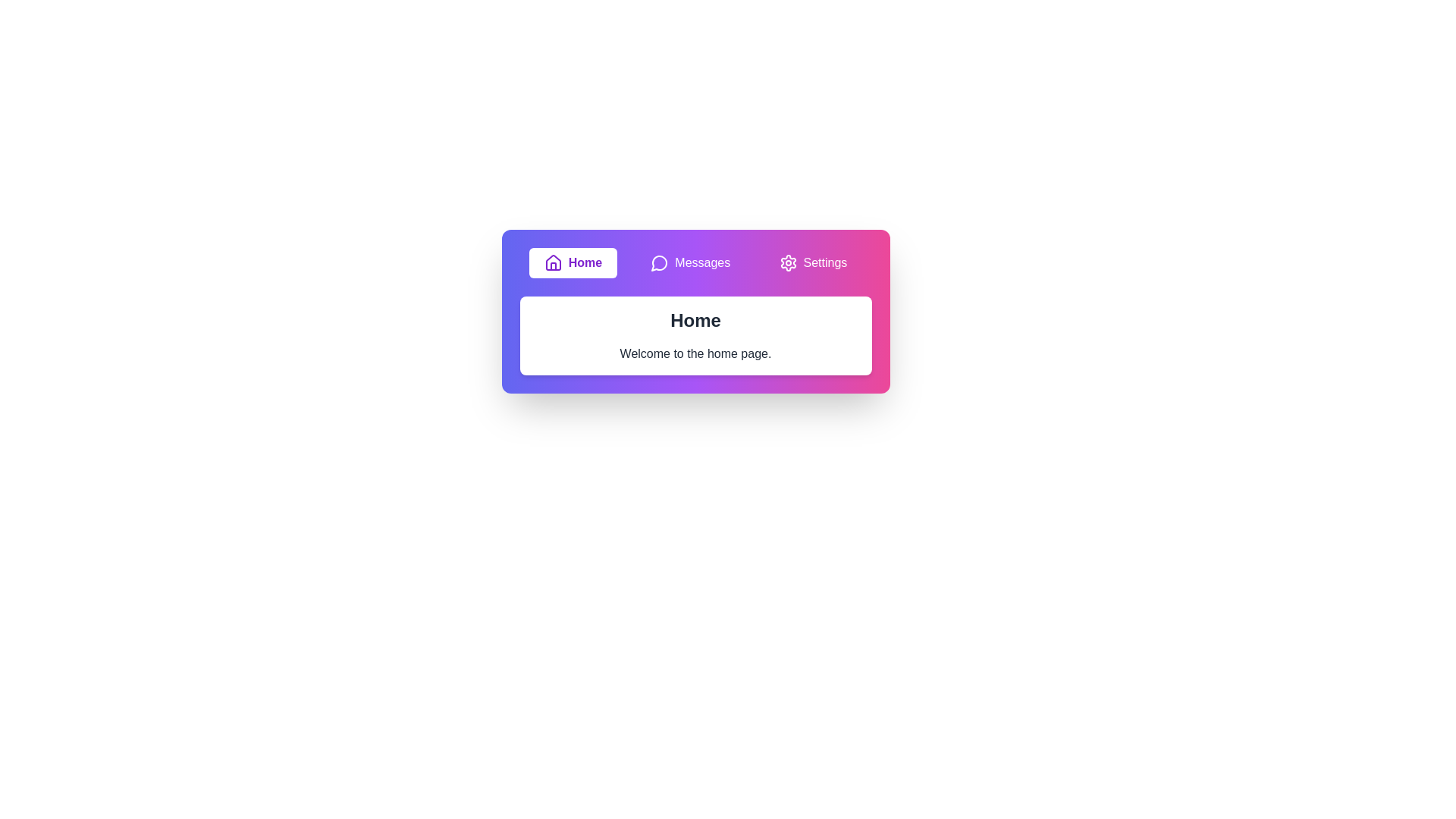 The width and height of the screenshot is (1456, 819). What do you see at coordinates (572, 262) in the screenshot?
I see `the 'Home' button, which is a rectangular button with rounded corners, featuring a white background and purple text, located at the top-left corner of the gradient background card` at bounding box center [572, 262].